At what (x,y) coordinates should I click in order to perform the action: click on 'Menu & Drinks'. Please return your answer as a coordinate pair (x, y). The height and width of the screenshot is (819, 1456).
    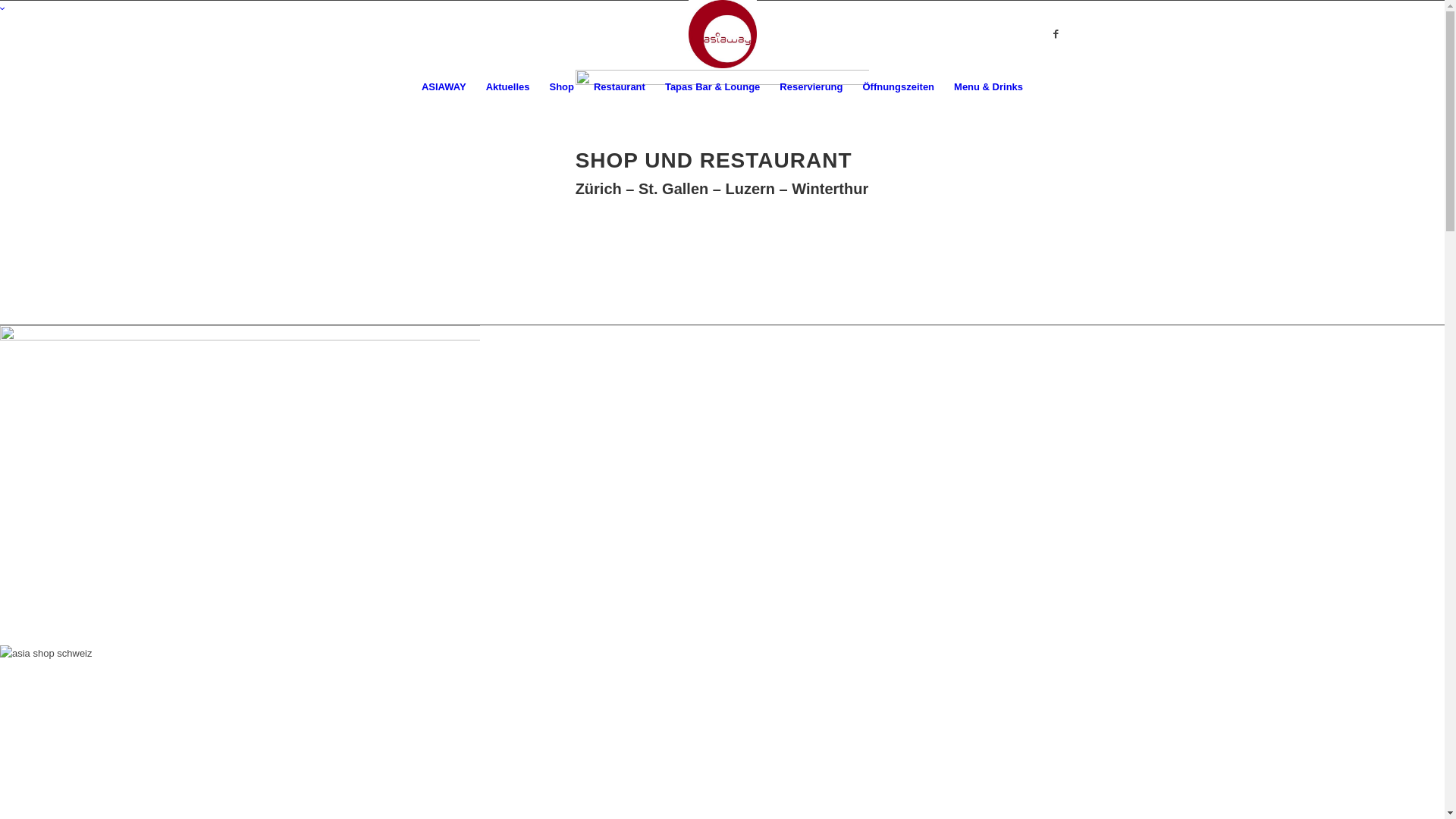
    Looking at the image, I should click on (988, 87).